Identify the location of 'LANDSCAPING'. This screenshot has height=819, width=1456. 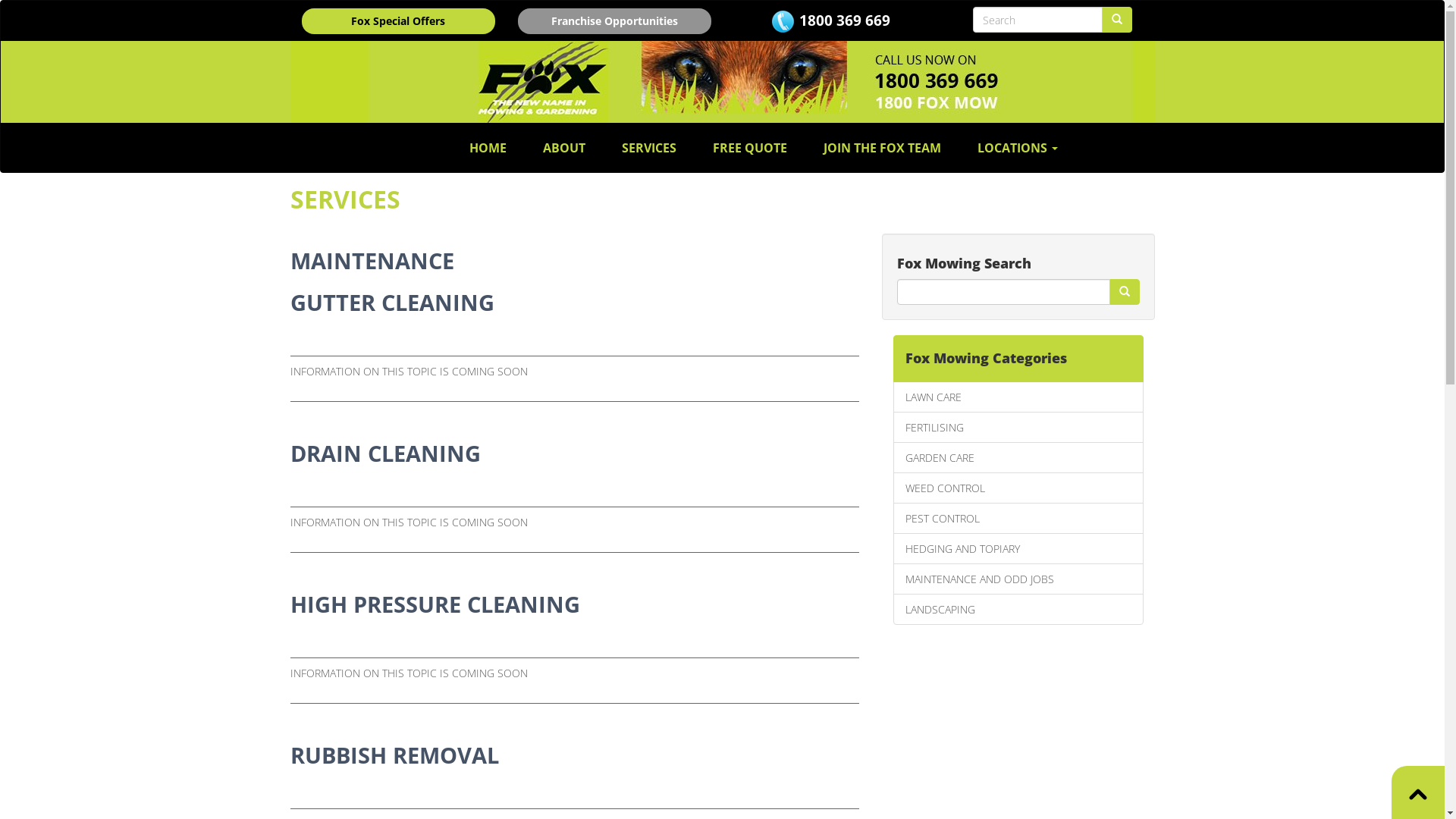
(1018, 608).